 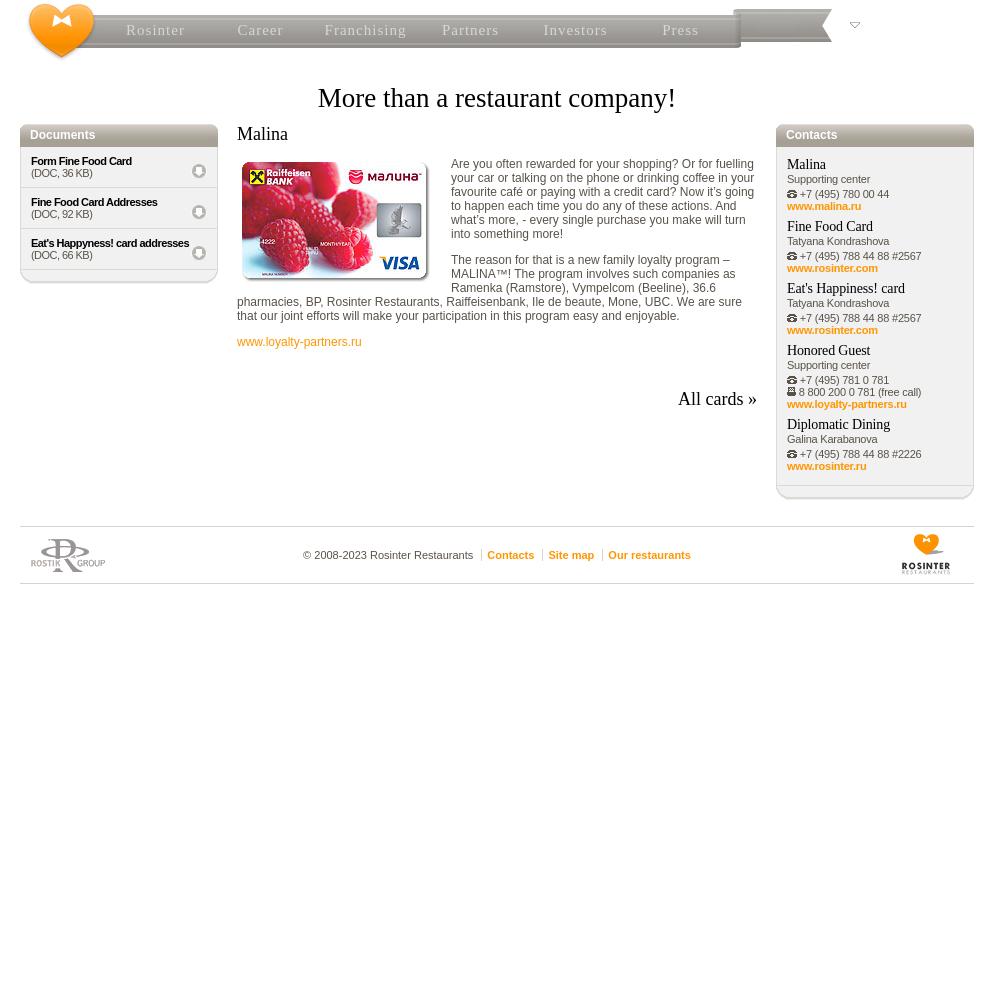 I want to click on 'Franchising', so click(x=364, y=30).